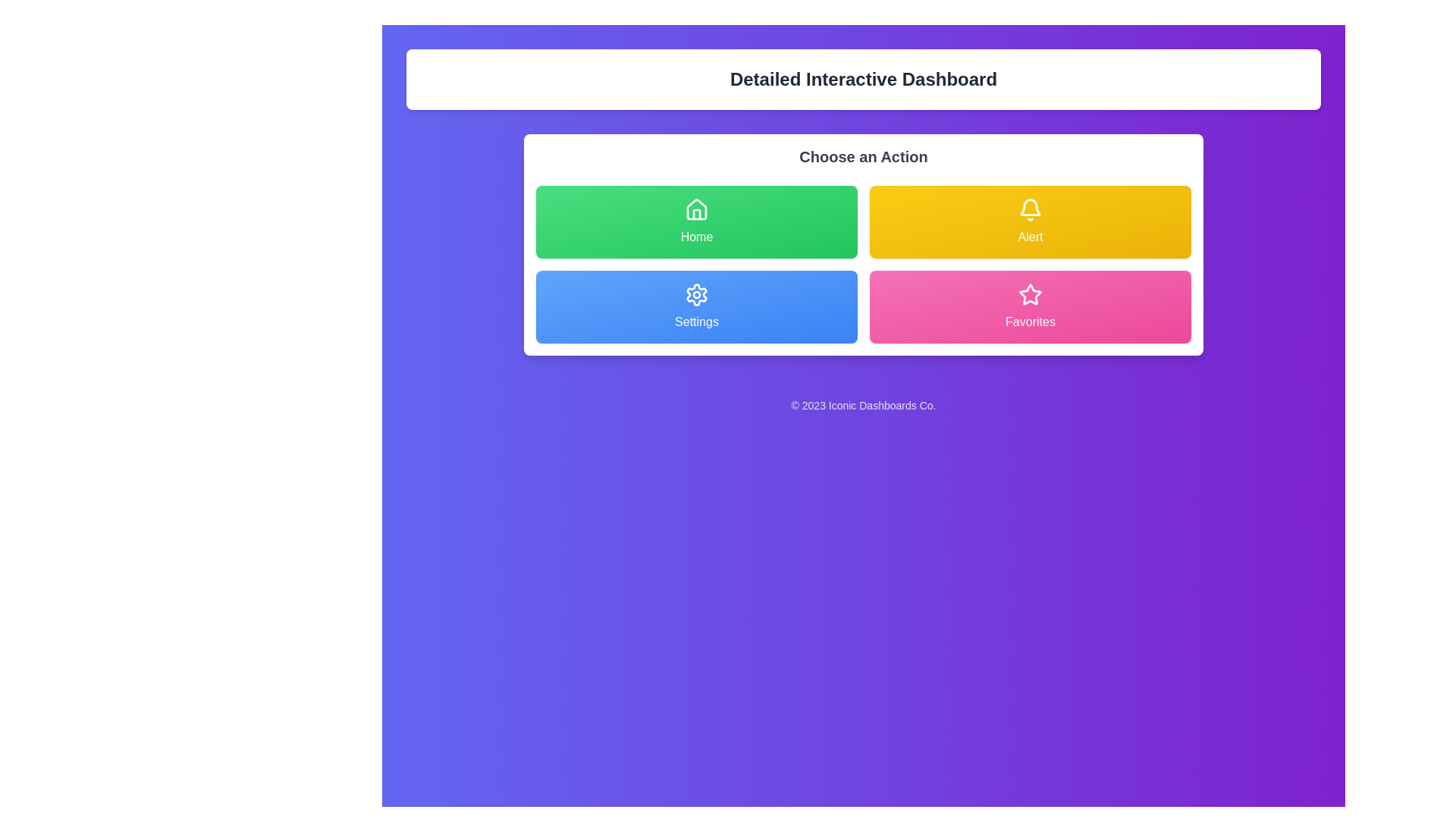 This screenshot has height=819, width=1456. What do you see at coordinates (695, 307) in the screenshot?
I see `the blue rectangular button labeled 'Settings' with a cogwheel icon, located in the left column of the second row in a 2x2 grid layout` at bounding box center [695, 307].